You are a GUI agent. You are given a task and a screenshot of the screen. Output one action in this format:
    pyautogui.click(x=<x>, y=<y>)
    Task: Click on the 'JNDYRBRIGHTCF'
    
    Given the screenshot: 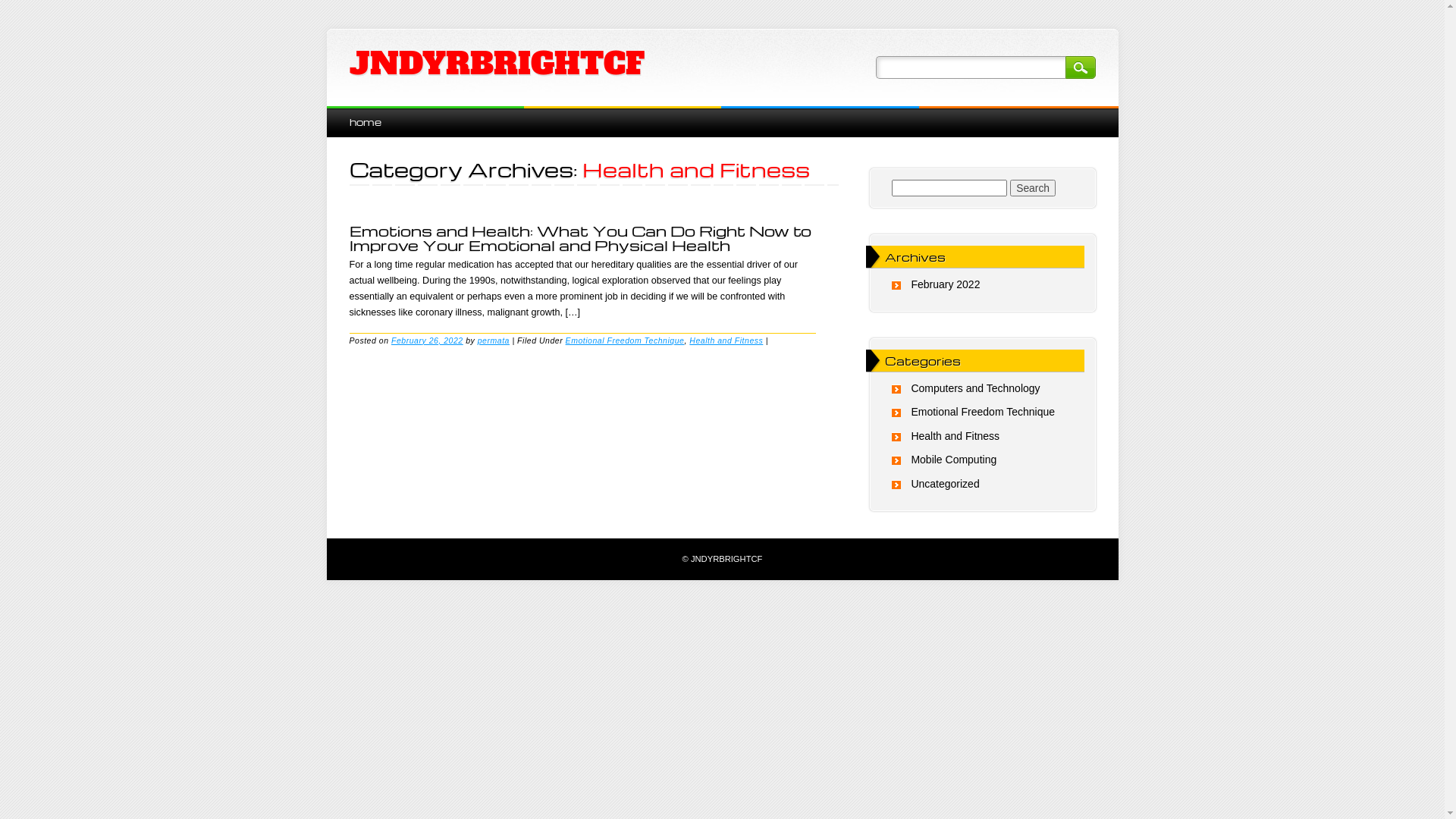 What is the action you would take?
    pyautogui.click(x=348, y=63)
    